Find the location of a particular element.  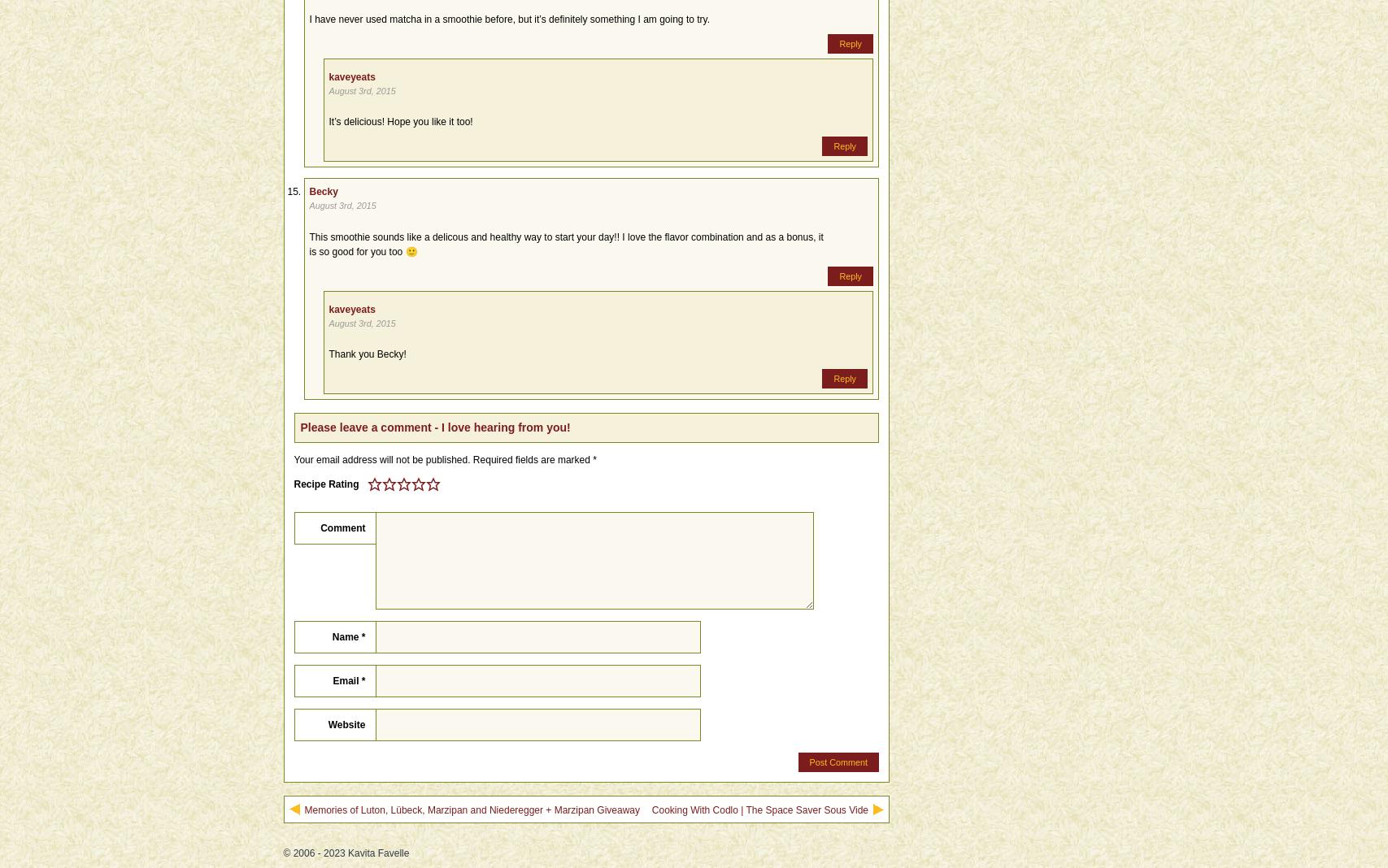

'Required fields are marked' is located at coordinates (531, 458).